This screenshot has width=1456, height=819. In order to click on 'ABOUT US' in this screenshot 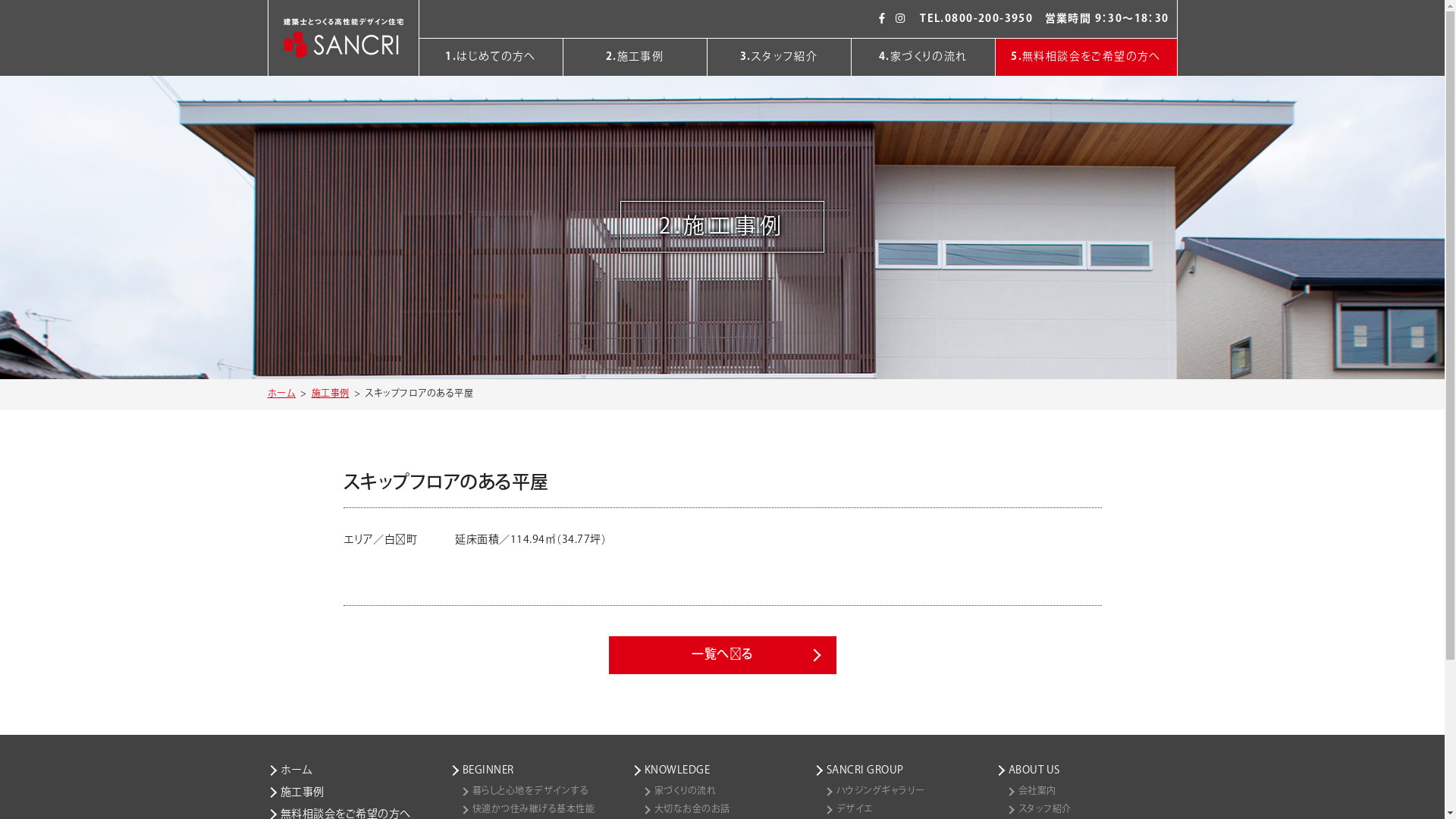, I will do `click(1084, 770)`.